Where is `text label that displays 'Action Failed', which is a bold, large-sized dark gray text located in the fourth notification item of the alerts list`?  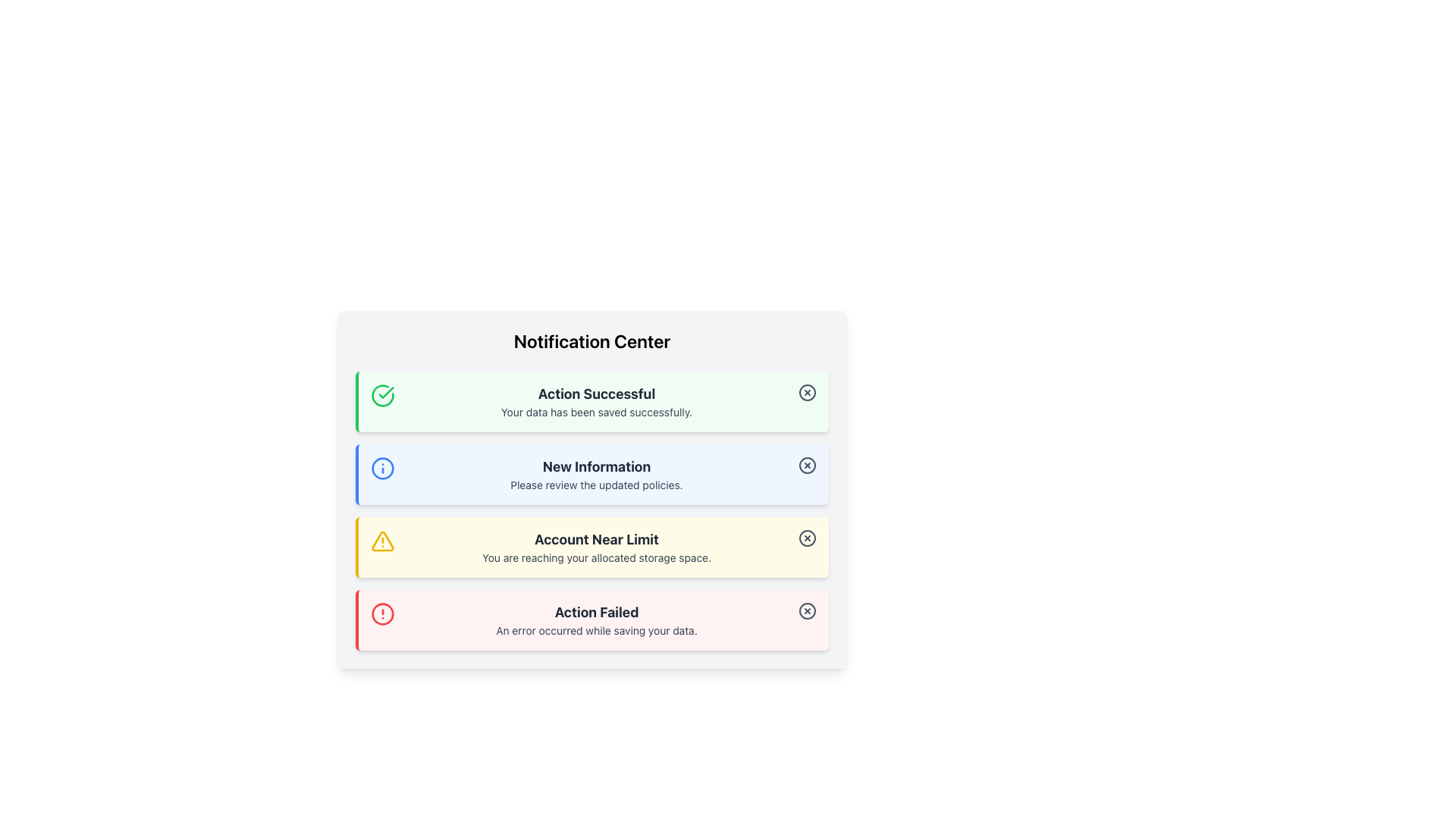 text label that displays 'Action Failed', which is a bold, large-sized dark gray text located in the fourth notification item of the alerts list is located at coordinates (596, 611).